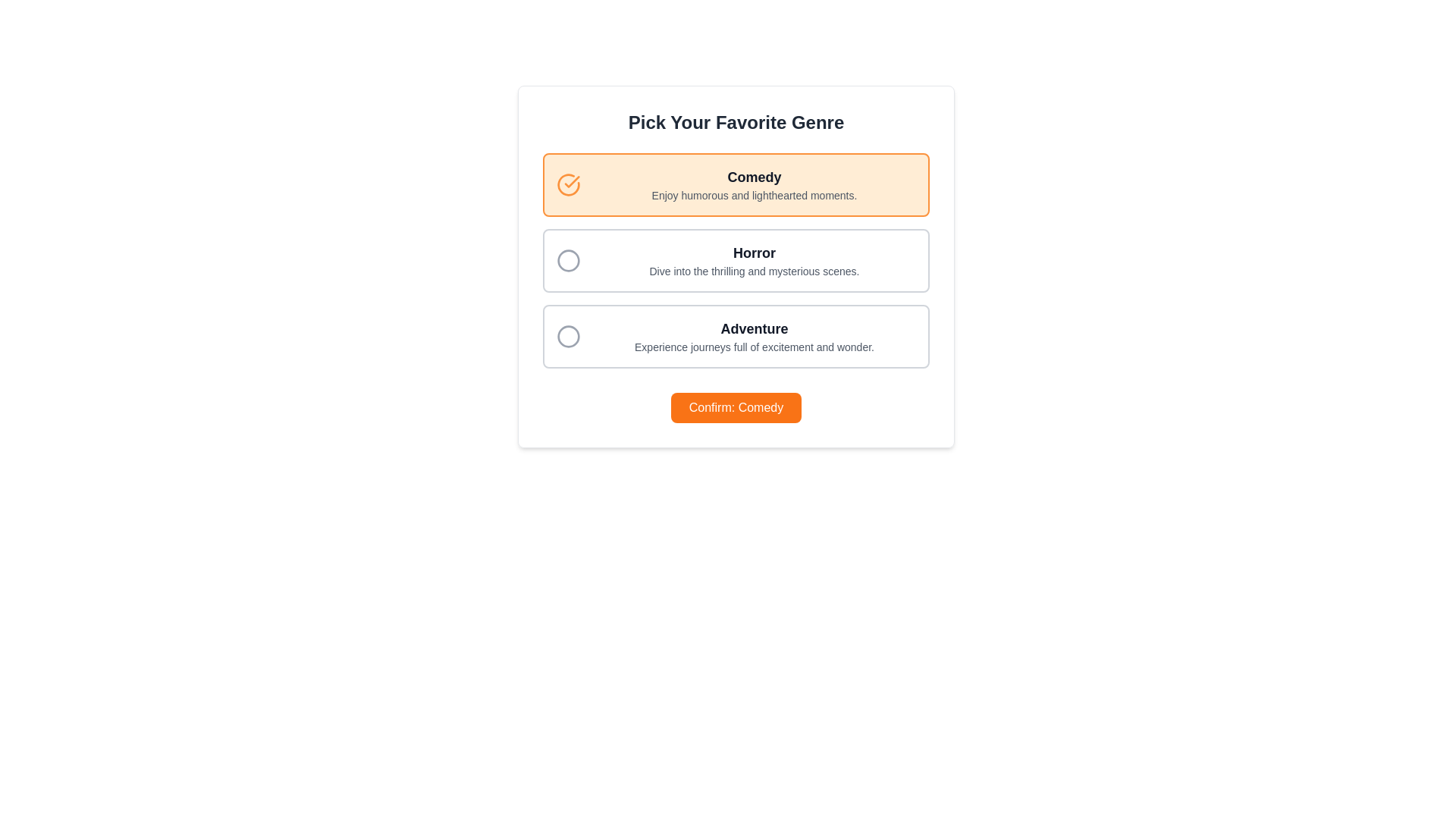 Image resolution: width=1456 pixels, height=819 pixels. I want to click on the center of the 'Adventure' selectable card in the genre selection menu, so click(736, 335).